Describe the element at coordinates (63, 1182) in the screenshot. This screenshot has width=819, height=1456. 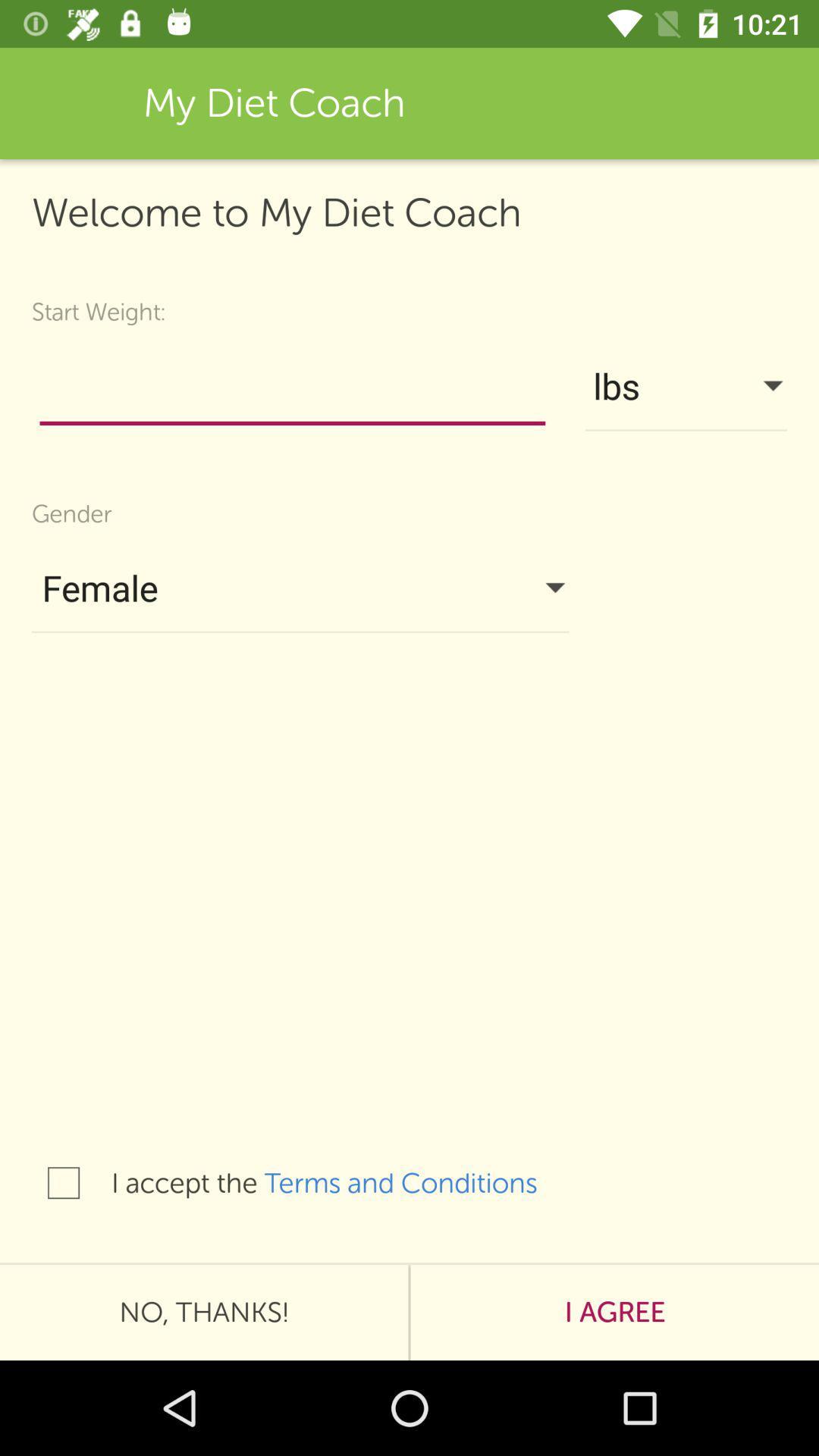
I see `item next to the i accept the  item` at that location.